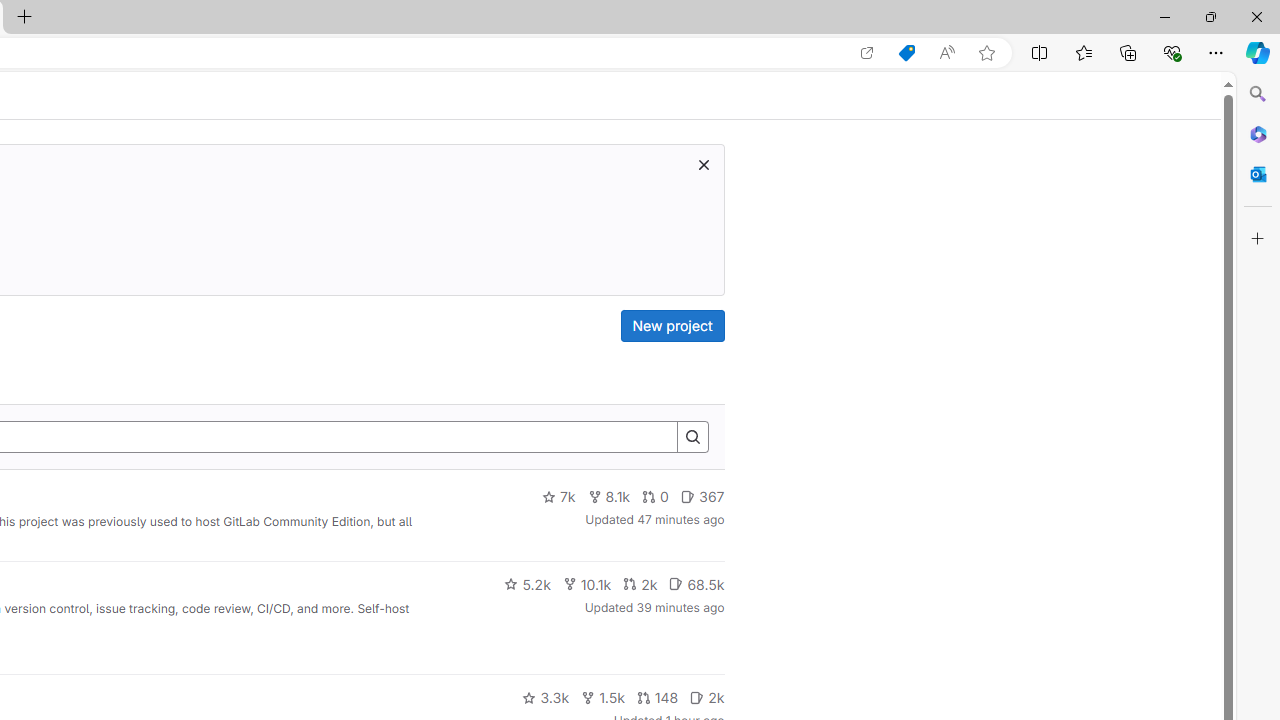 This screenshot has width=1280, height=720. What do you see at coordinates (656, 496) in the screenshot?
I see `'0'` at bounding box center [656, 496].